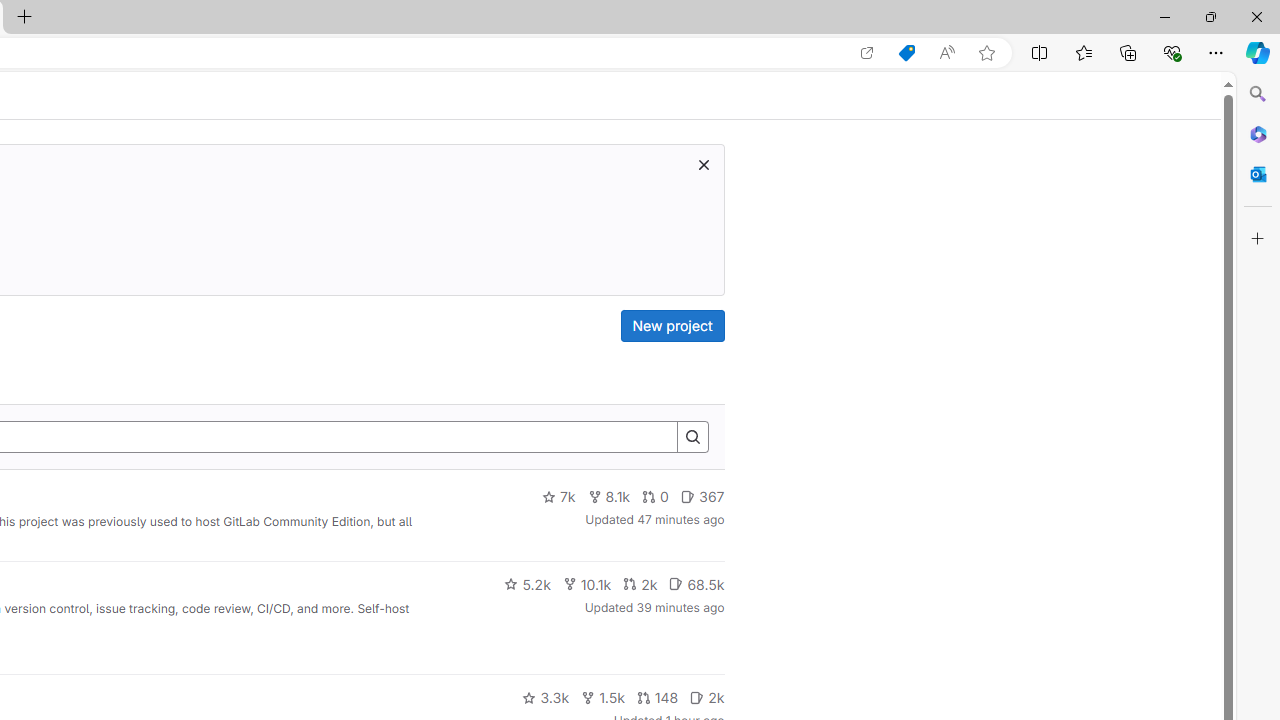 This screenshot has width=1280, height=720. What do you see at coordinates (656, 496) in the screenshot?
I see `'0'` at bounding box center [656, 496].